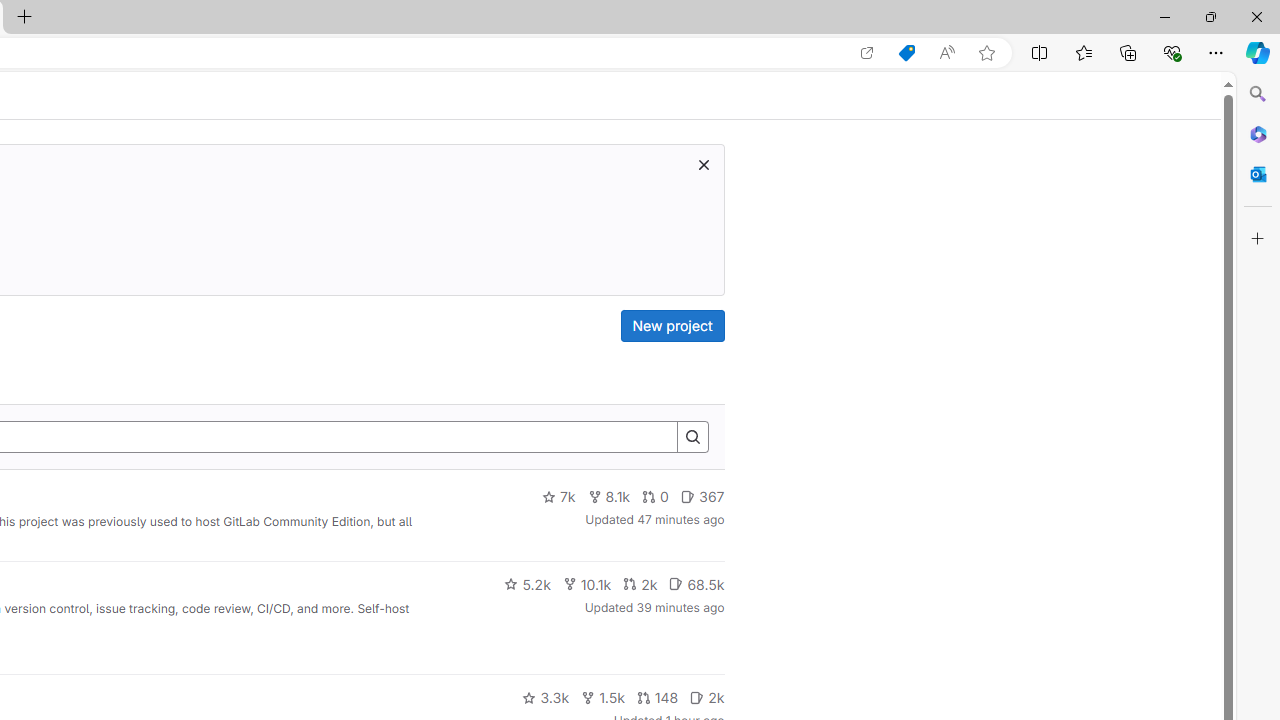 This screenshot has width=1280, height=720. What do you see at coordinates (656, 496) in the screenshot?
I see `'0'` at bounding box center [656, 496].